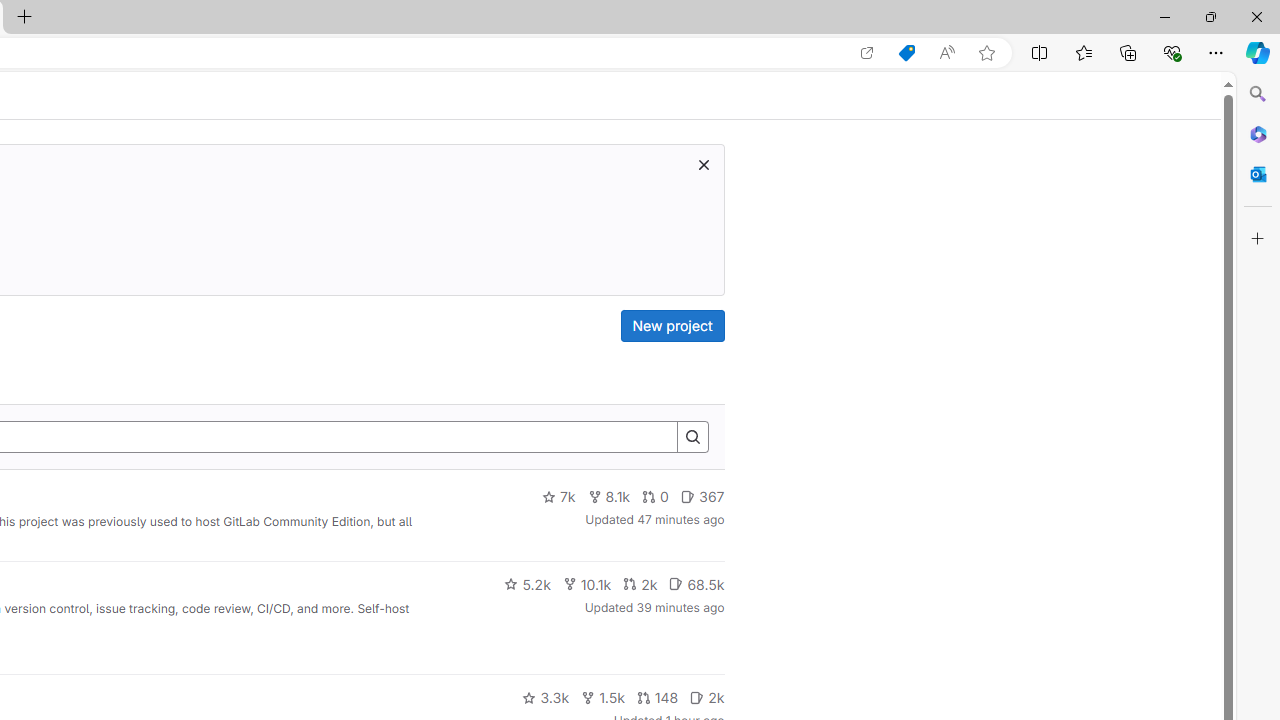 This screenshot has width=1280, height=720. What do you see at coordinates (656, 496) in the screenshot?
I see `'0'` at bounding box center [656, 496].